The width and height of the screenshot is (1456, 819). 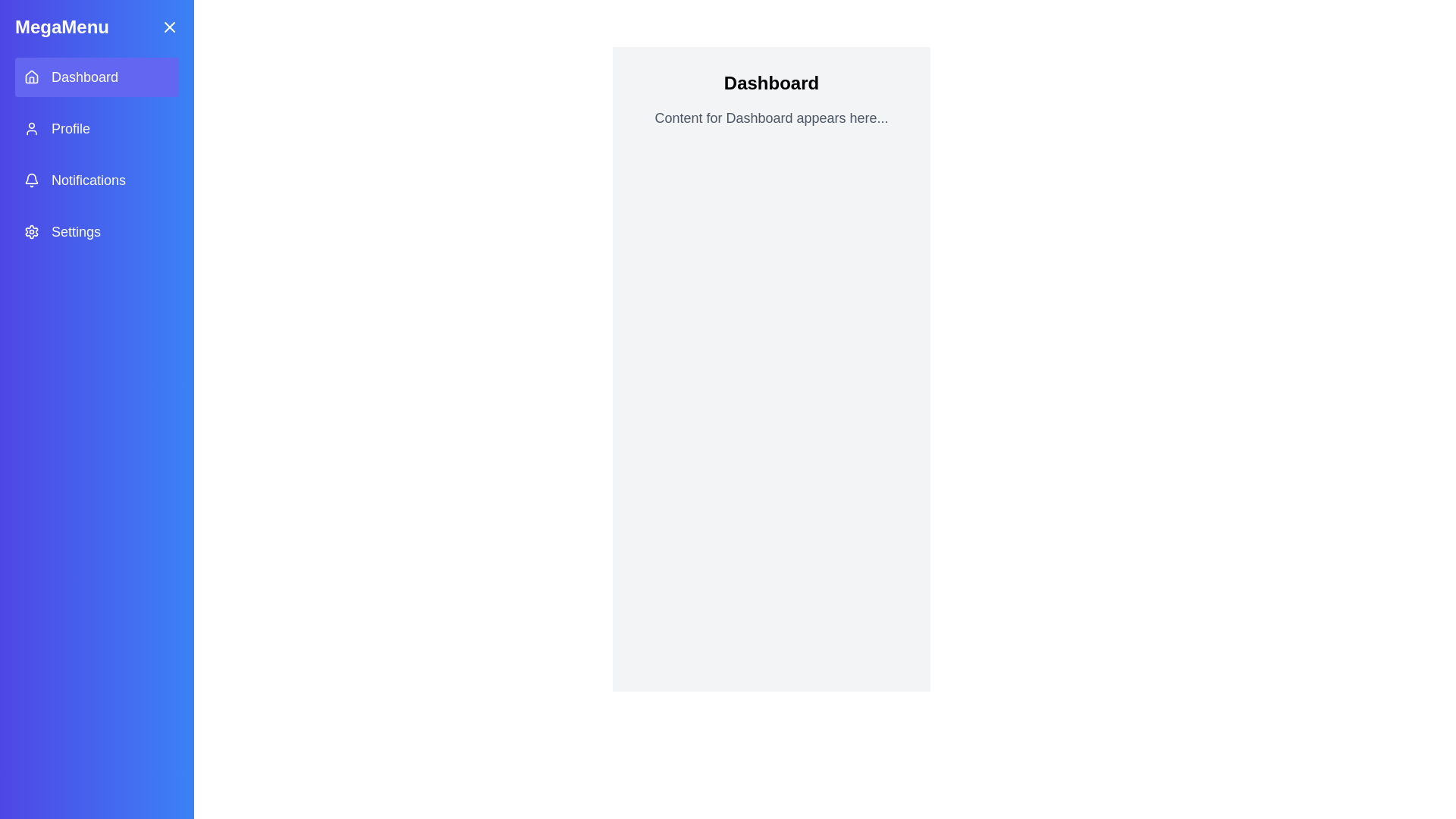 What do you see at coordinates (61, 27) in the screenshot?
I see `the 'MegaMenu' text label` at bounding box center [61, 27].